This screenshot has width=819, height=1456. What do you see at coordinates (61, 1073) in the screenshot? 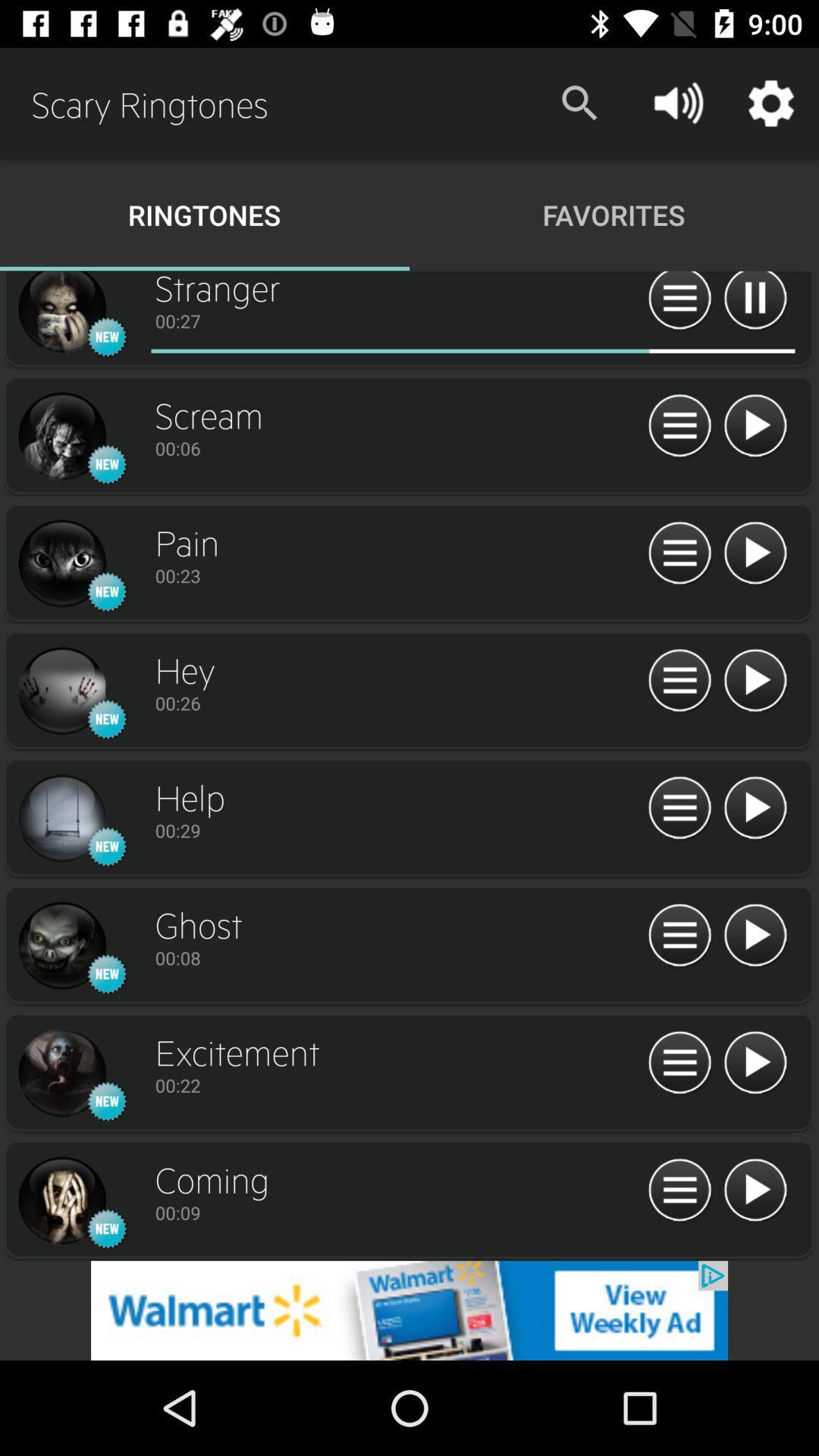
I see `profile picture` at bounding box center [61, 1073].